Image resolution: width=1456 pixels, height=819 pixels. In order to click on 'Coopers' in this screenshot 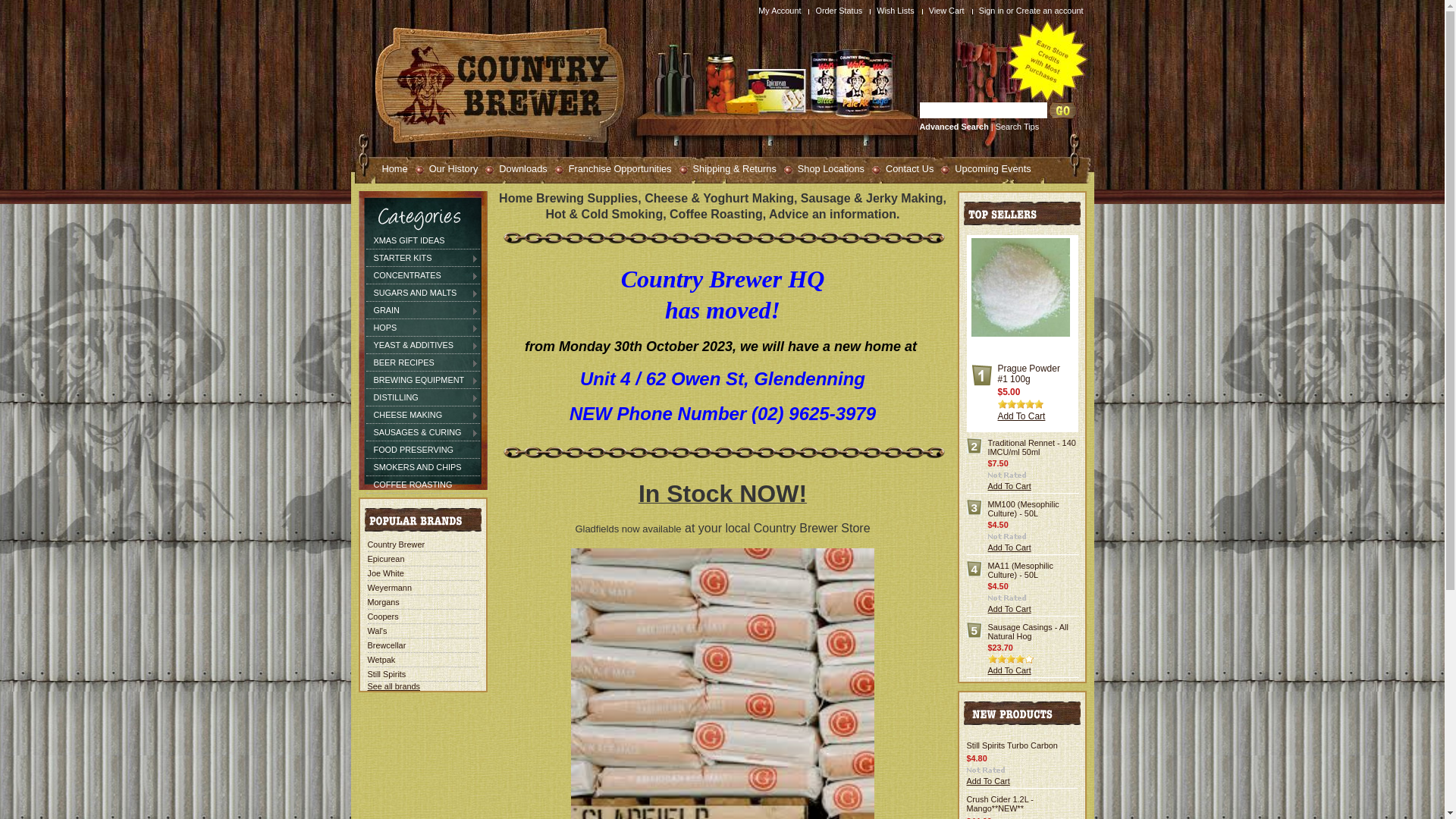, I will do `click(382, 617)`.